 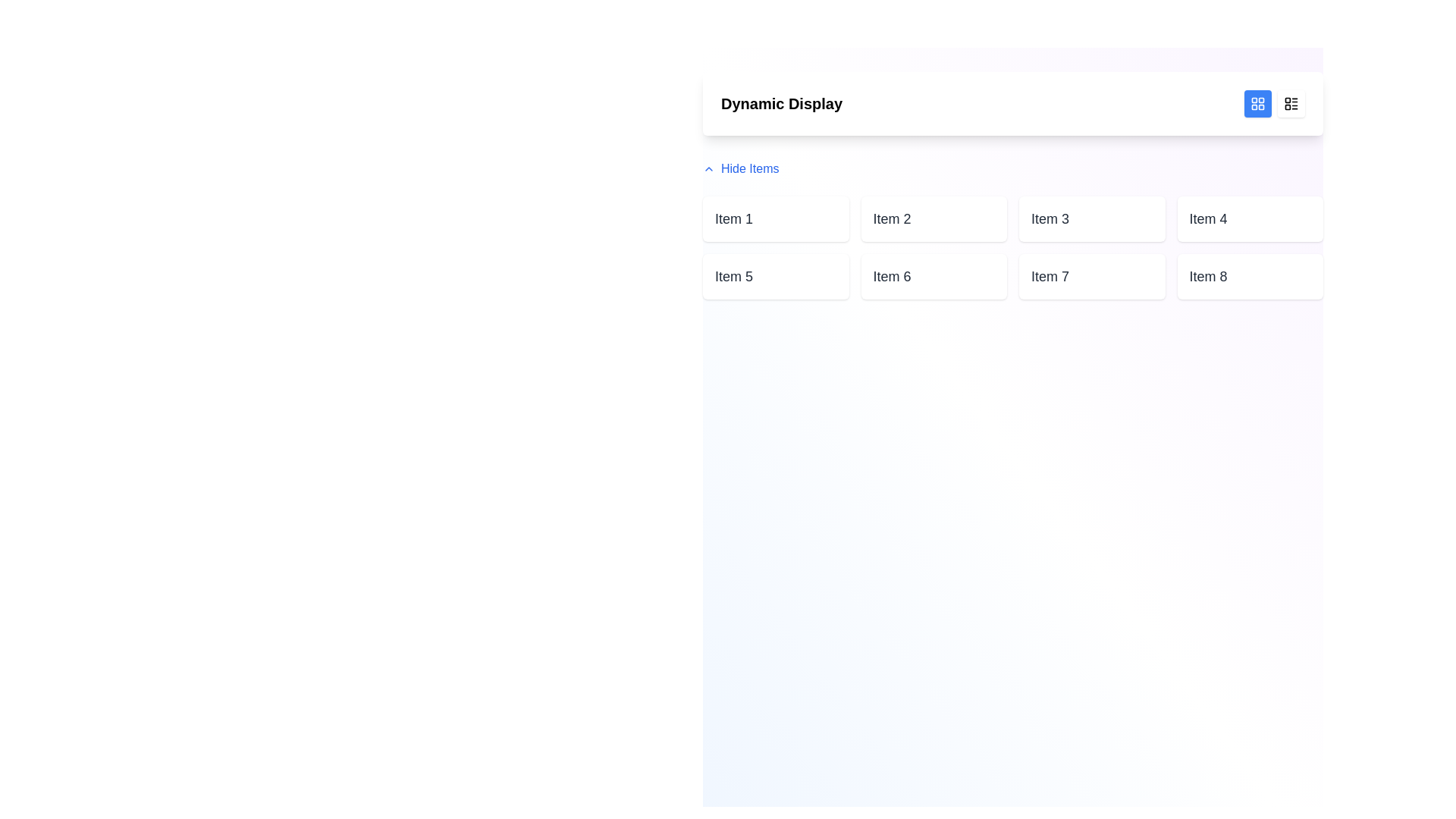 What do you see at coordinates (1250, 277) in the screenshot?
I see `the rectangular button labeled 'Item 8' with a white background and rounded corners, located in the fourth column of the second row of a grid layout` at bounding box center [1250, 277].